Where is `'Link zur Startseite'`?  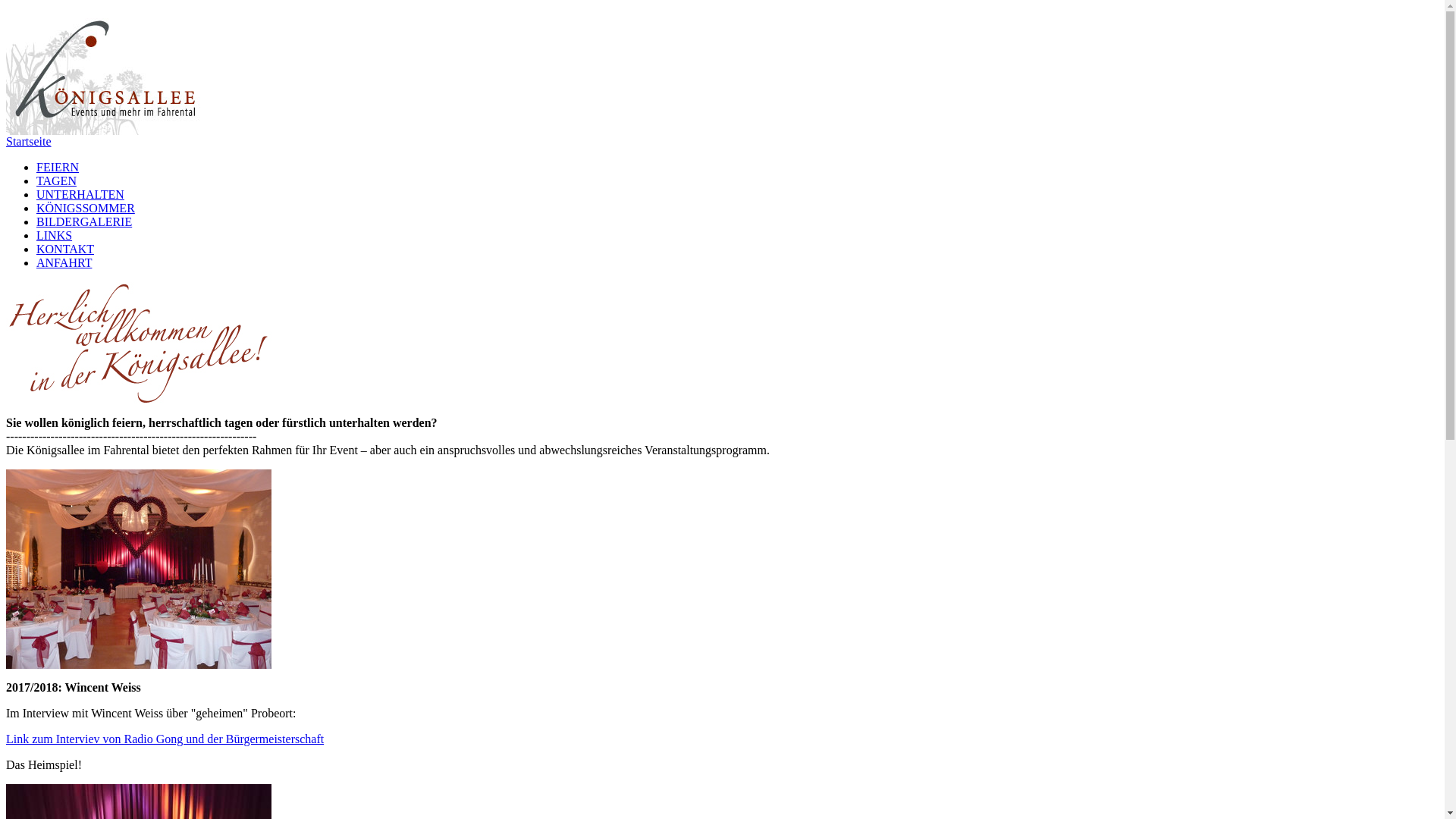
'Link zur Startseite' is located at coordinates (108, 130).